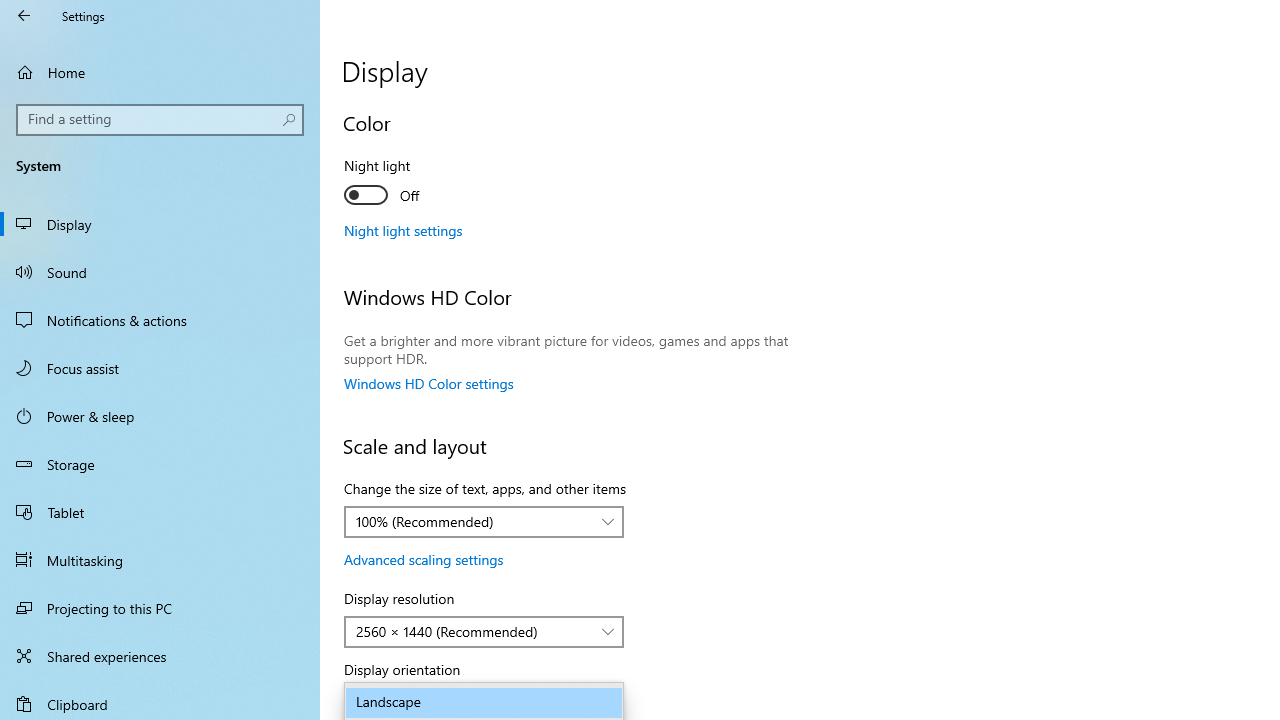 Image resolution: width=1280 pixels, height=720 pixels. I want to click on 'Multitasking', so click(160, 559).